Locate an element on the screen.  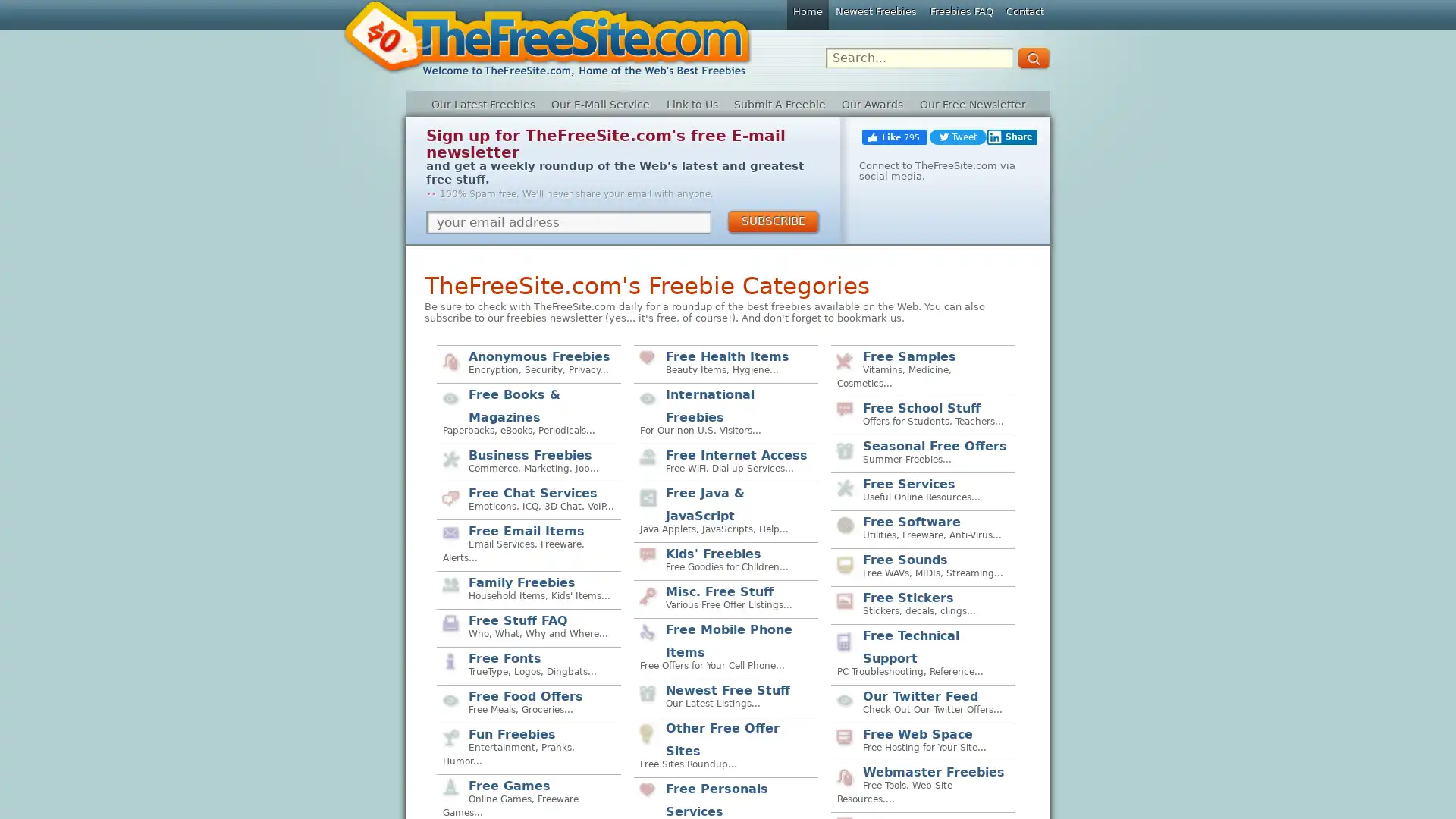
Share is located at coordinates (1012, 137).